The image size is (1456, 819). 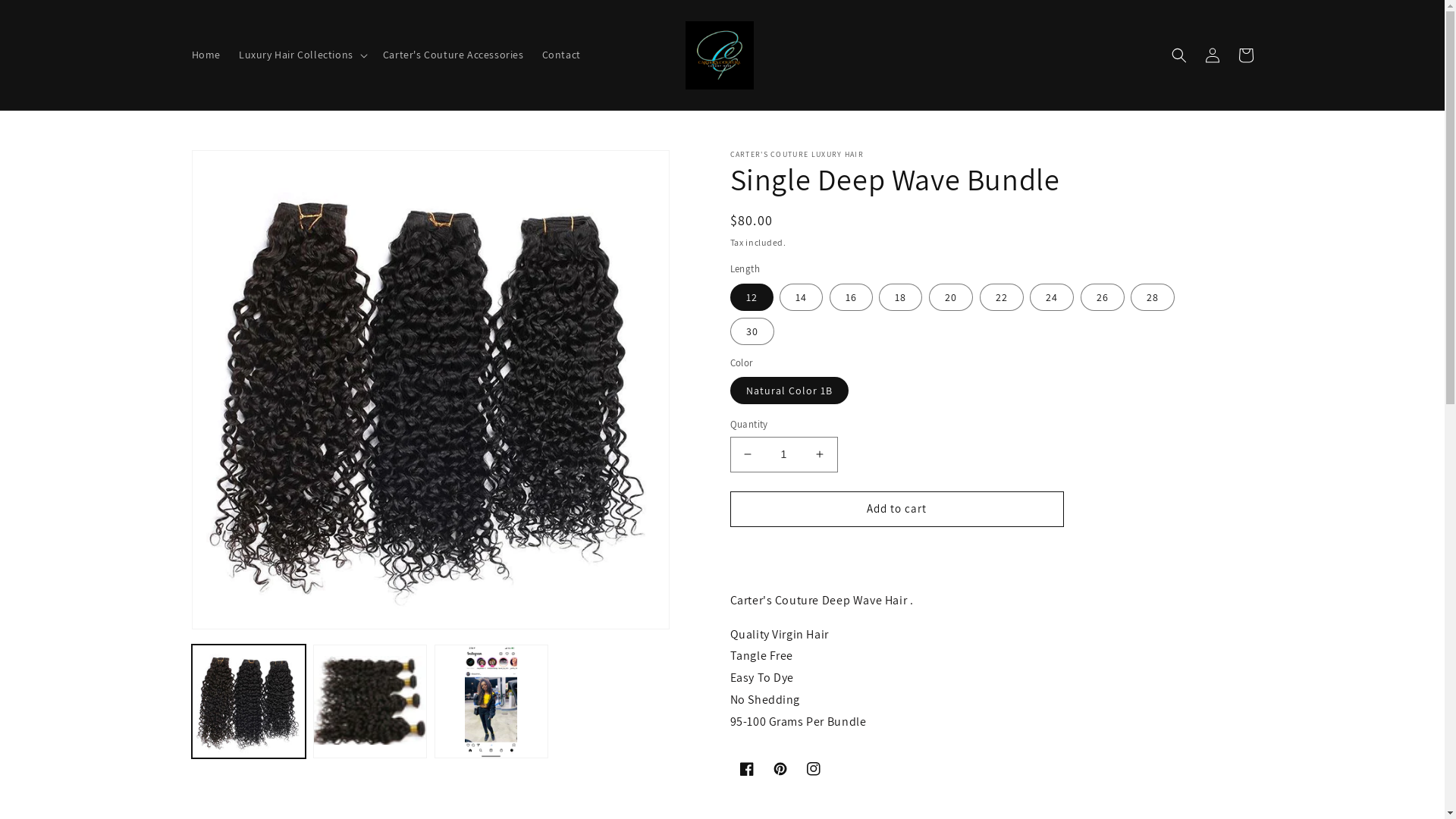 I want to click on 'Cart', so click(x=1244, y=54).